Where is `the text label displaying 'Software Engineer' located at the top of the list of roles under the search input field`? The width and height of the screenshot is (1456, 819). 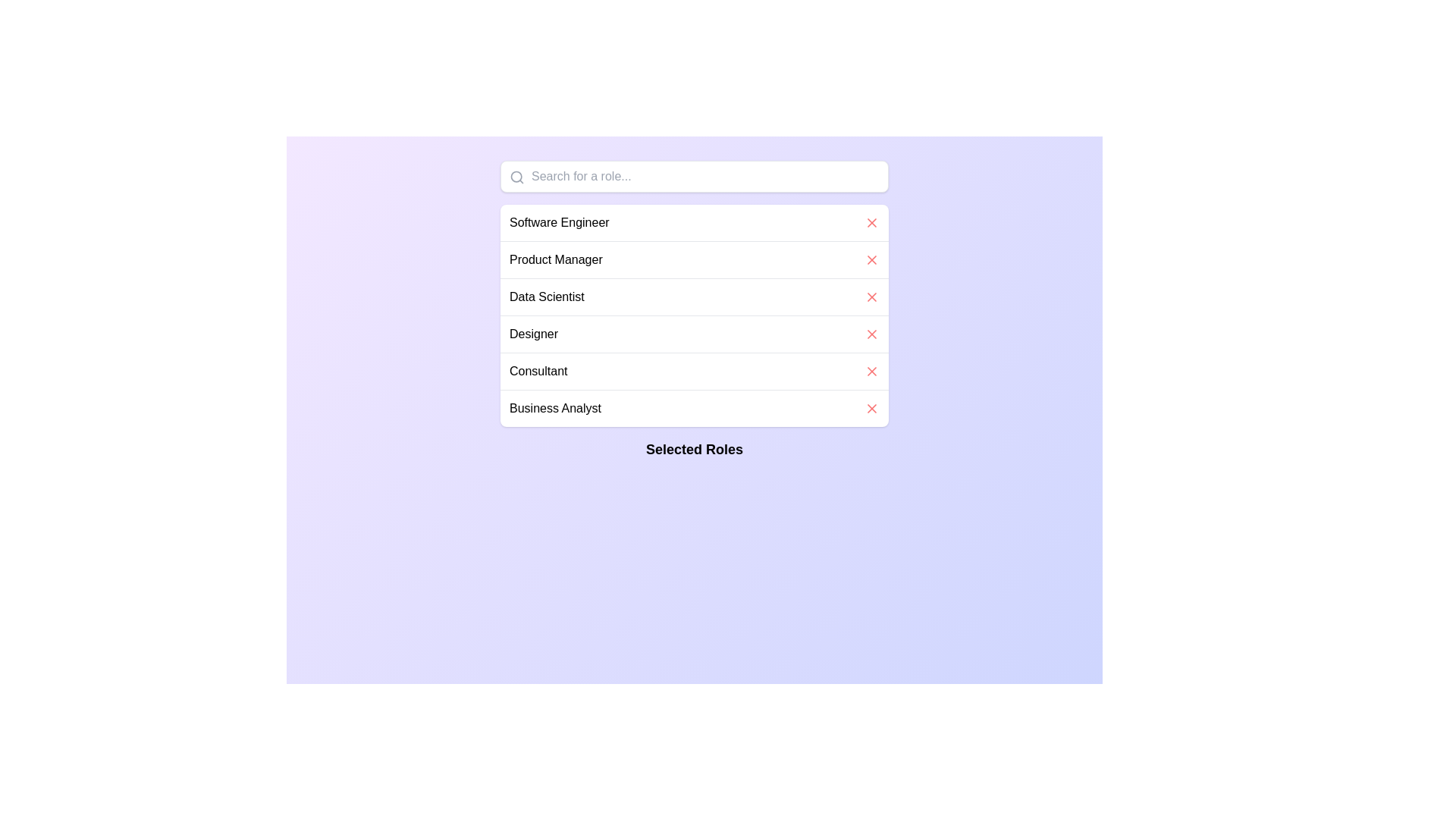
the text label displaying 'Software Engineer' located at the top of the list of roles under the search input field is located at coordinates (558, 222).